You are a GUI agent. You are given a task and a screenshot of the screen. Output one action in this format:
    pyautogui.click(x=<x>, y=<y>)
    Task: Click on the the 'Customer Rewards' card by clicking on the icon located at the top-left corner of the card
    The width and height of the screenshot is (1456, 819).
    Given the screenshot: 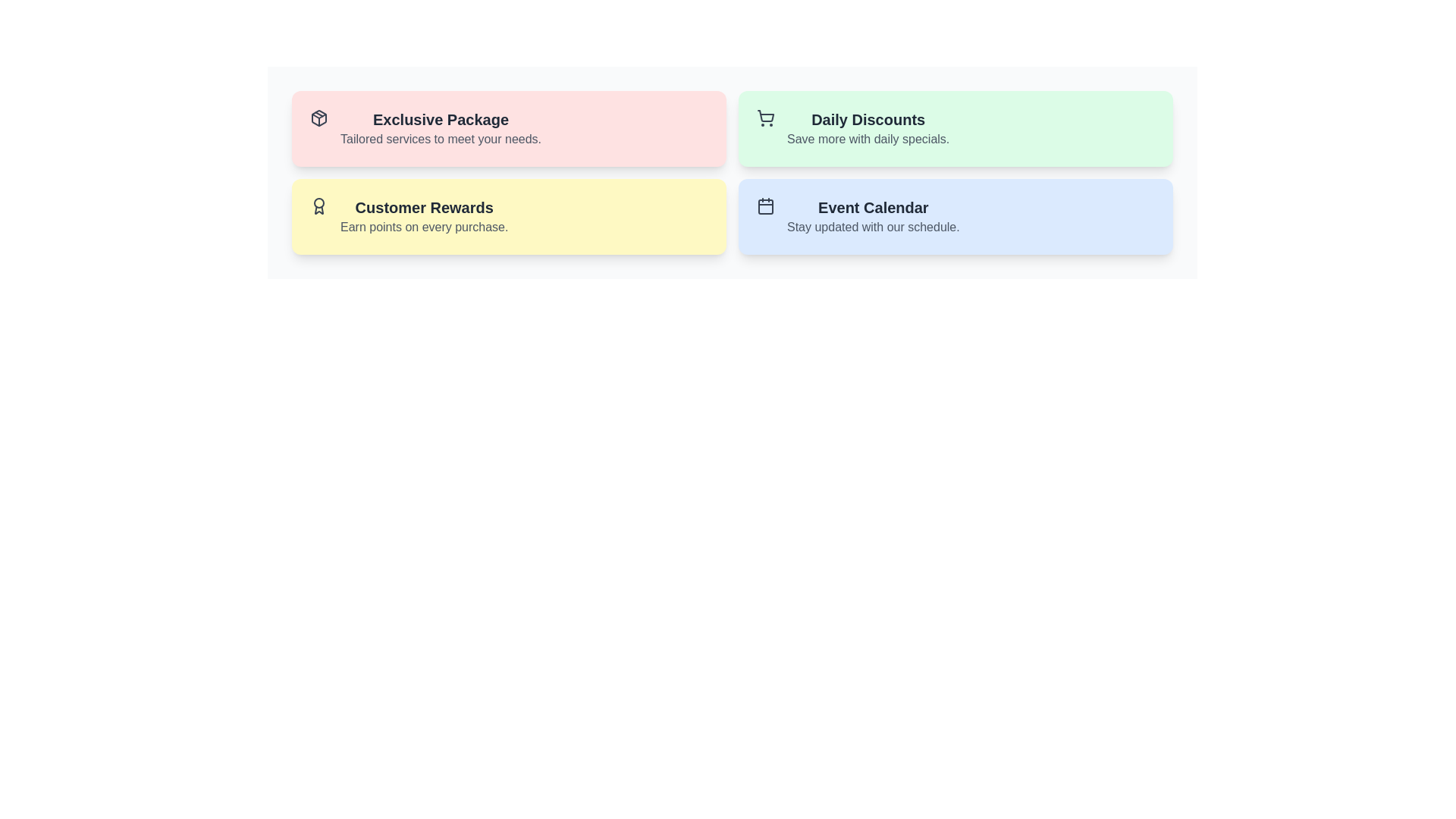 What is the action you would take?
    pyautogui.click(x=318, y=206)
    